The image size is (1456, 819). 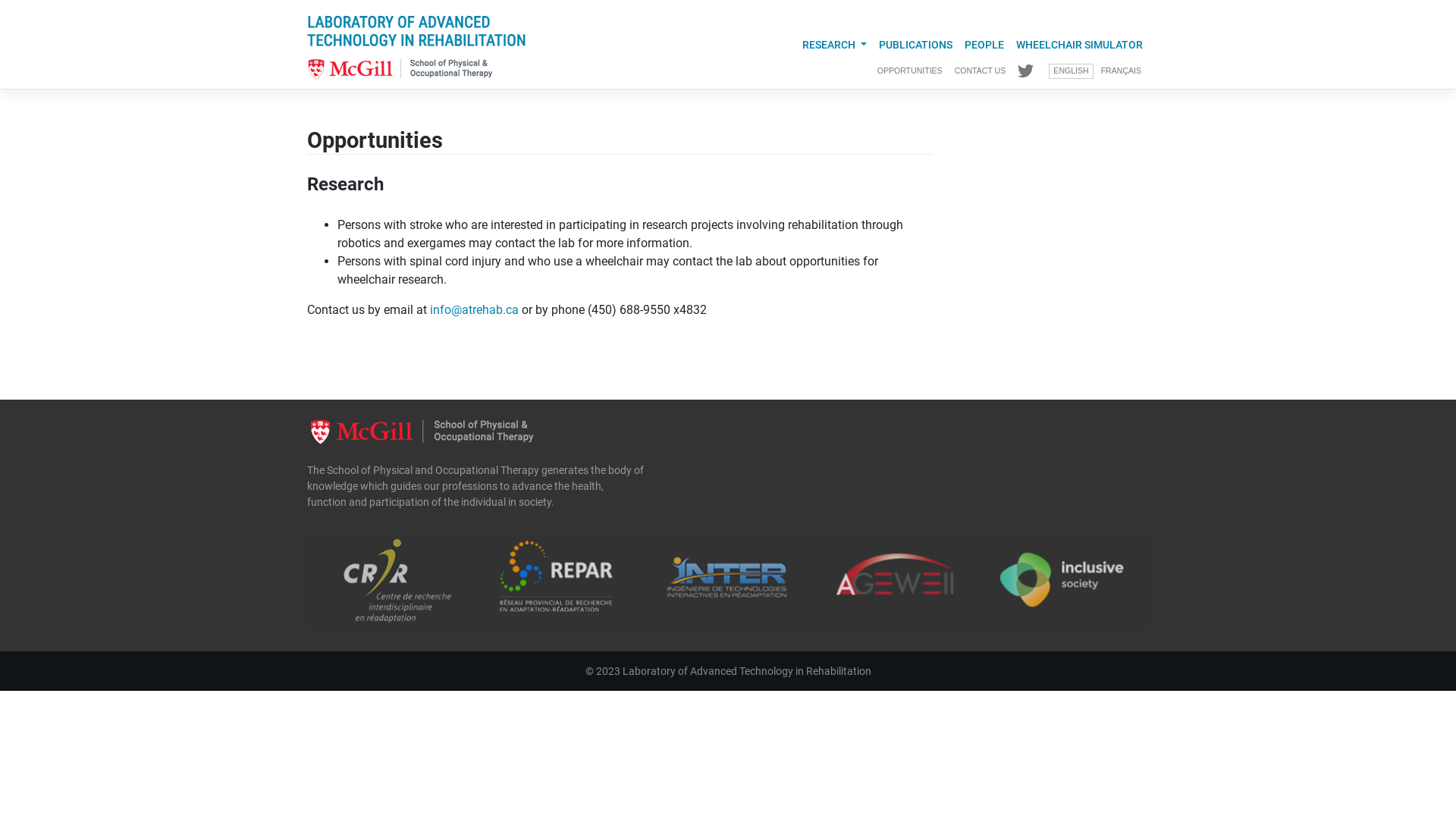 What do you see at coordinates (910, 71) in the screenshot?
I see `'OPPORTUNITIES'` at bounding box center [910, 71].